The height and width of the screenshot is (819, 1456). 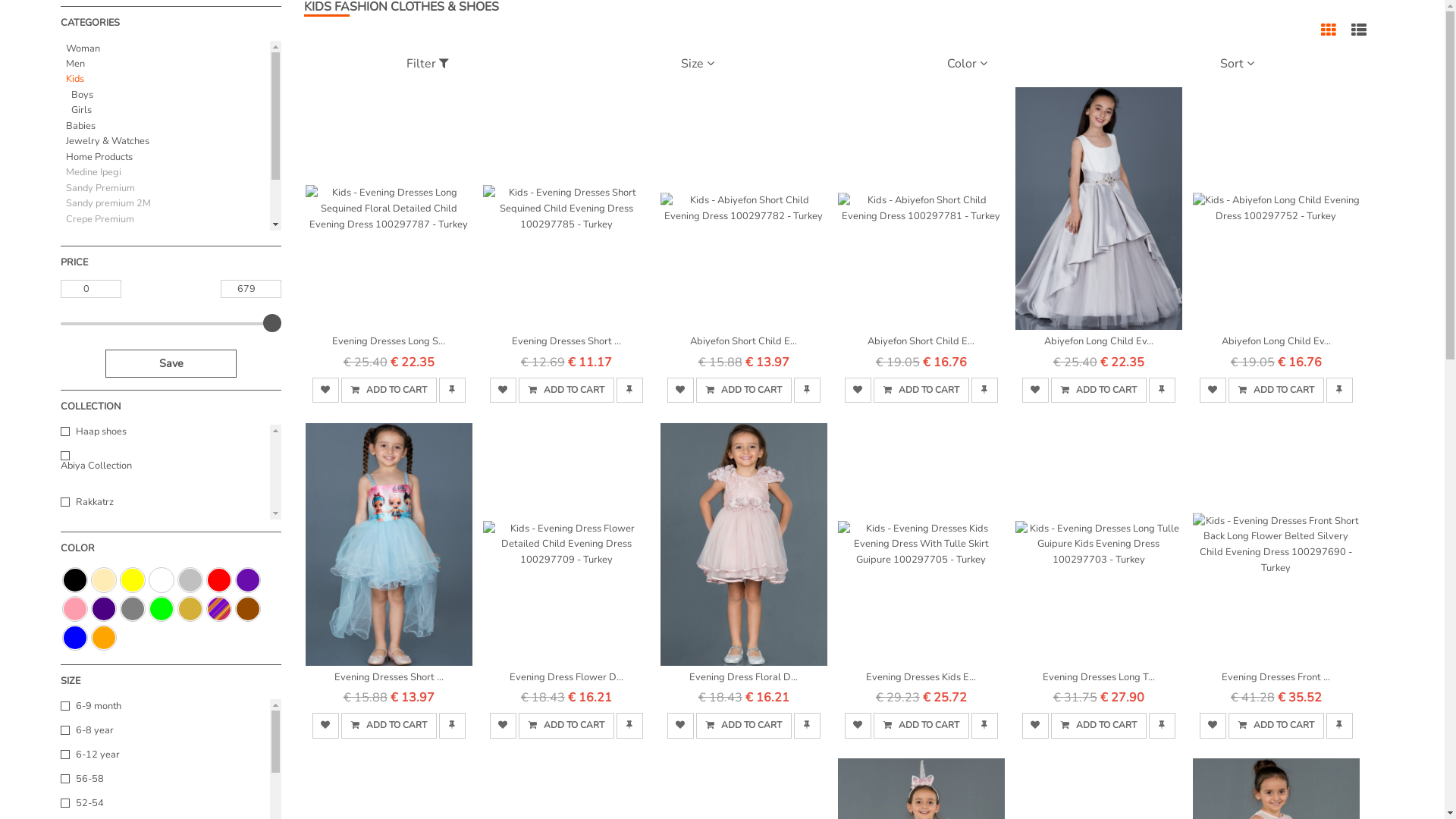 What do you see at coordinates (161, 607) in the screenshot?
I see `'Green'` at bounding box center [161, 607].